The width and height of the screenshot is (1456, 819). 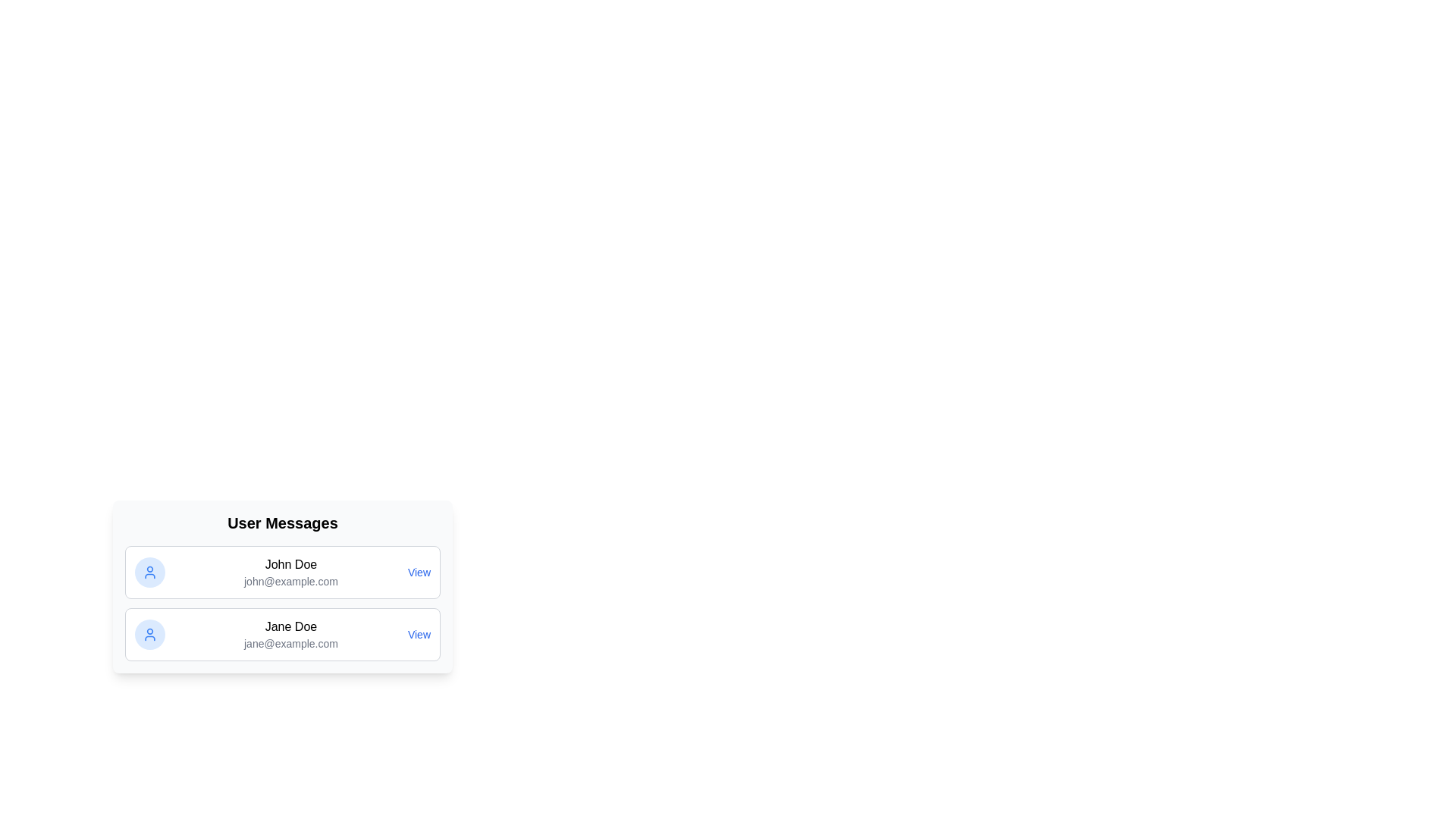 What do you see at coordinates (149, 573) in the screenshot?
I see `the user icon for John Doe` at bounding box center [149, 573].